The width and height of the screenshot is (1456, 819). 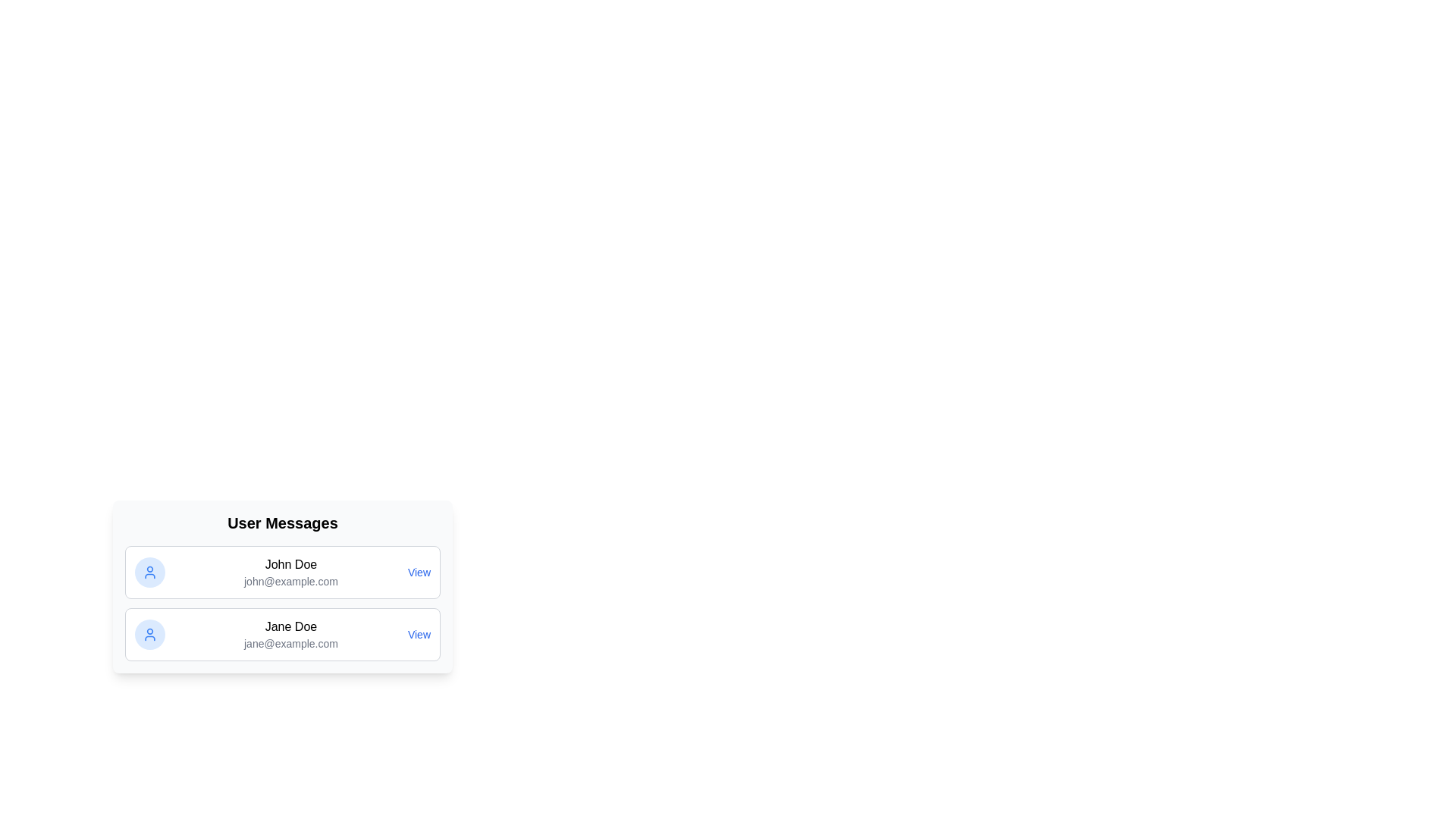 What do you see at coordinates (149, 573) in the screenshot?
I see `the user icon for John Doe` at bounding box center [149, 573].